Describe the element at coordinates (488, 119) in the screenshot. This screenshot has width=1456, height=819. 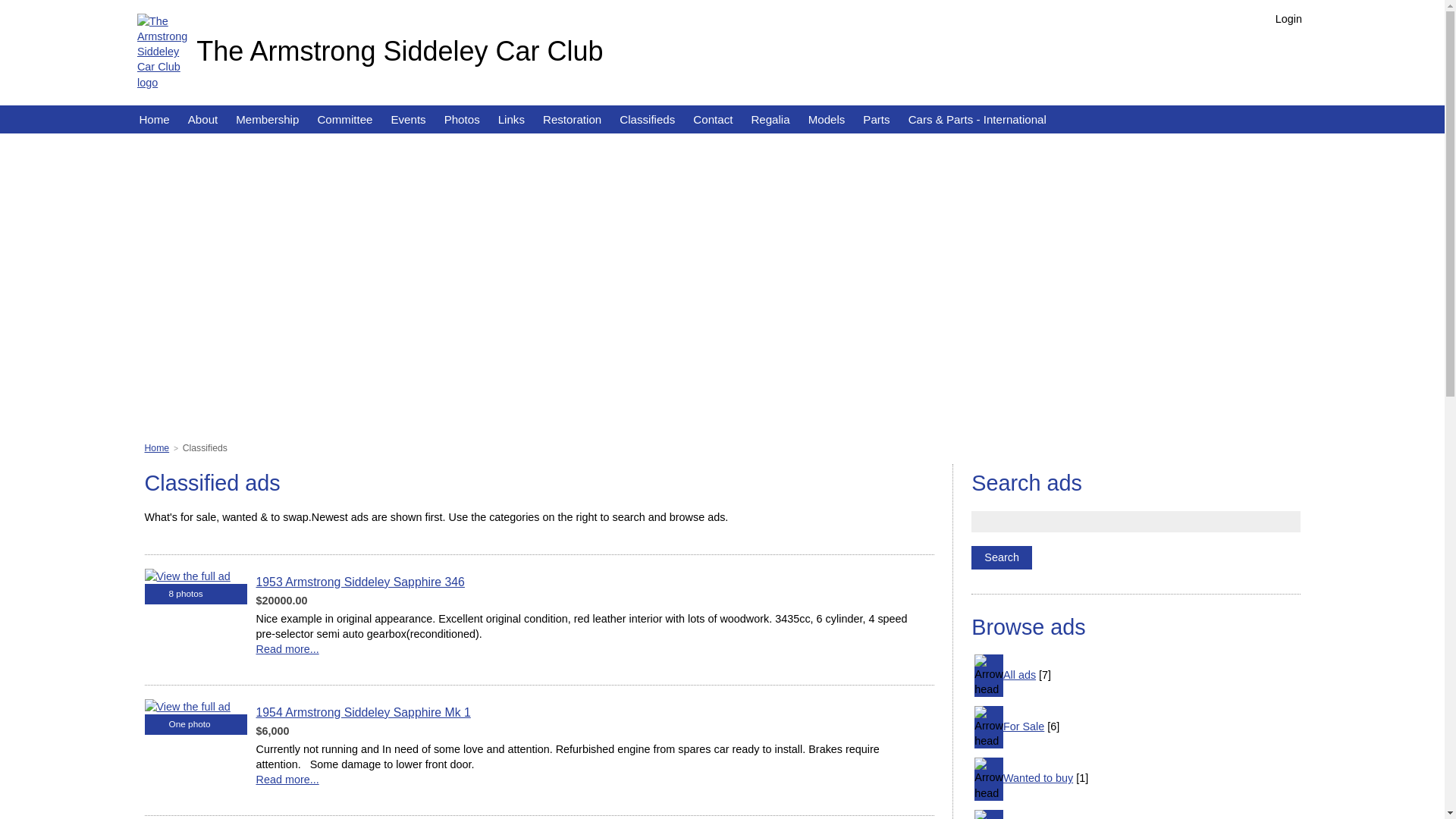
I see `'Links'` at that location.